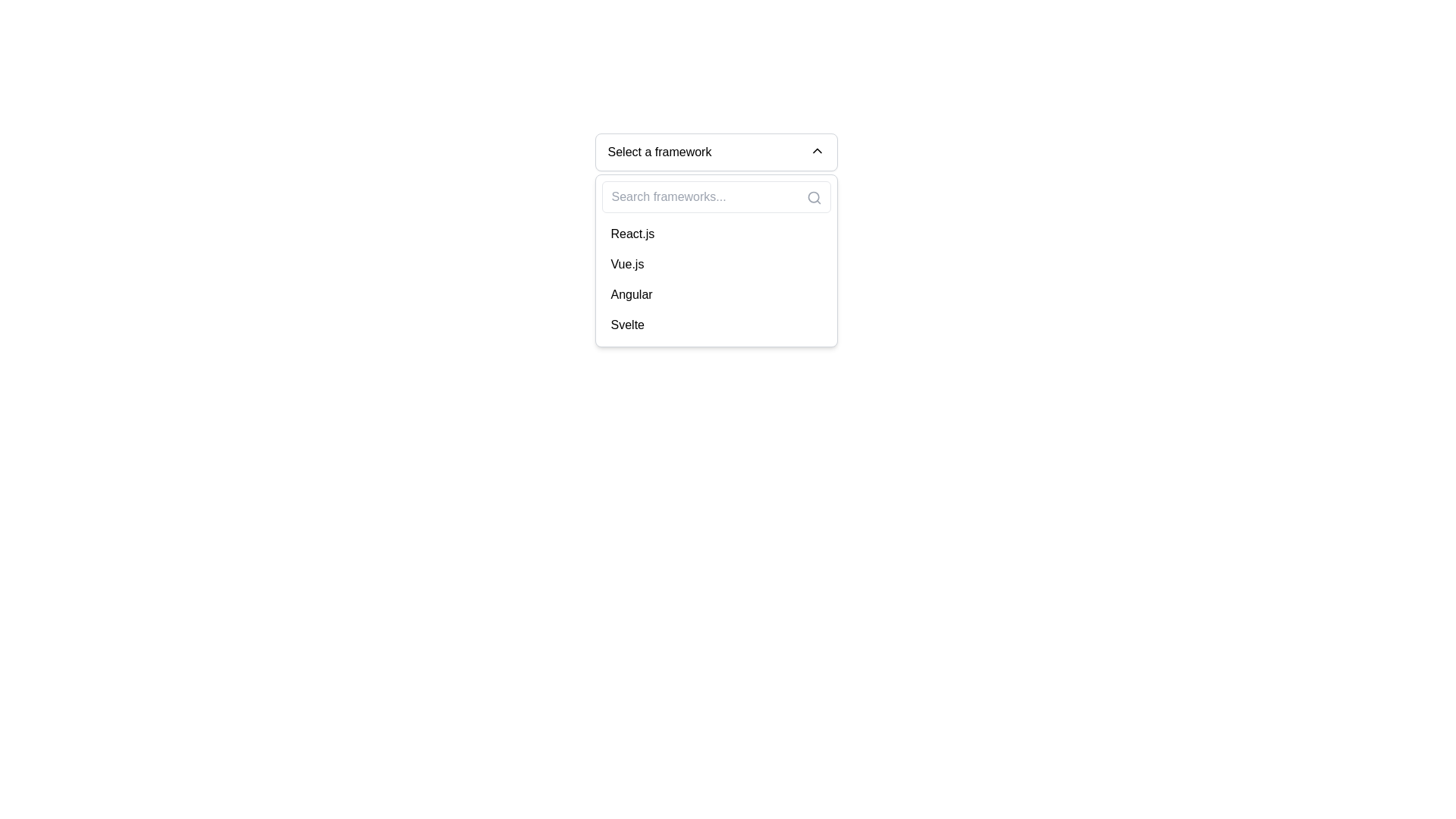  I want to click on the 'Svelte' framework option in the dropdown menu, which is the last item in the list below 'Angular', so click(715, 324).